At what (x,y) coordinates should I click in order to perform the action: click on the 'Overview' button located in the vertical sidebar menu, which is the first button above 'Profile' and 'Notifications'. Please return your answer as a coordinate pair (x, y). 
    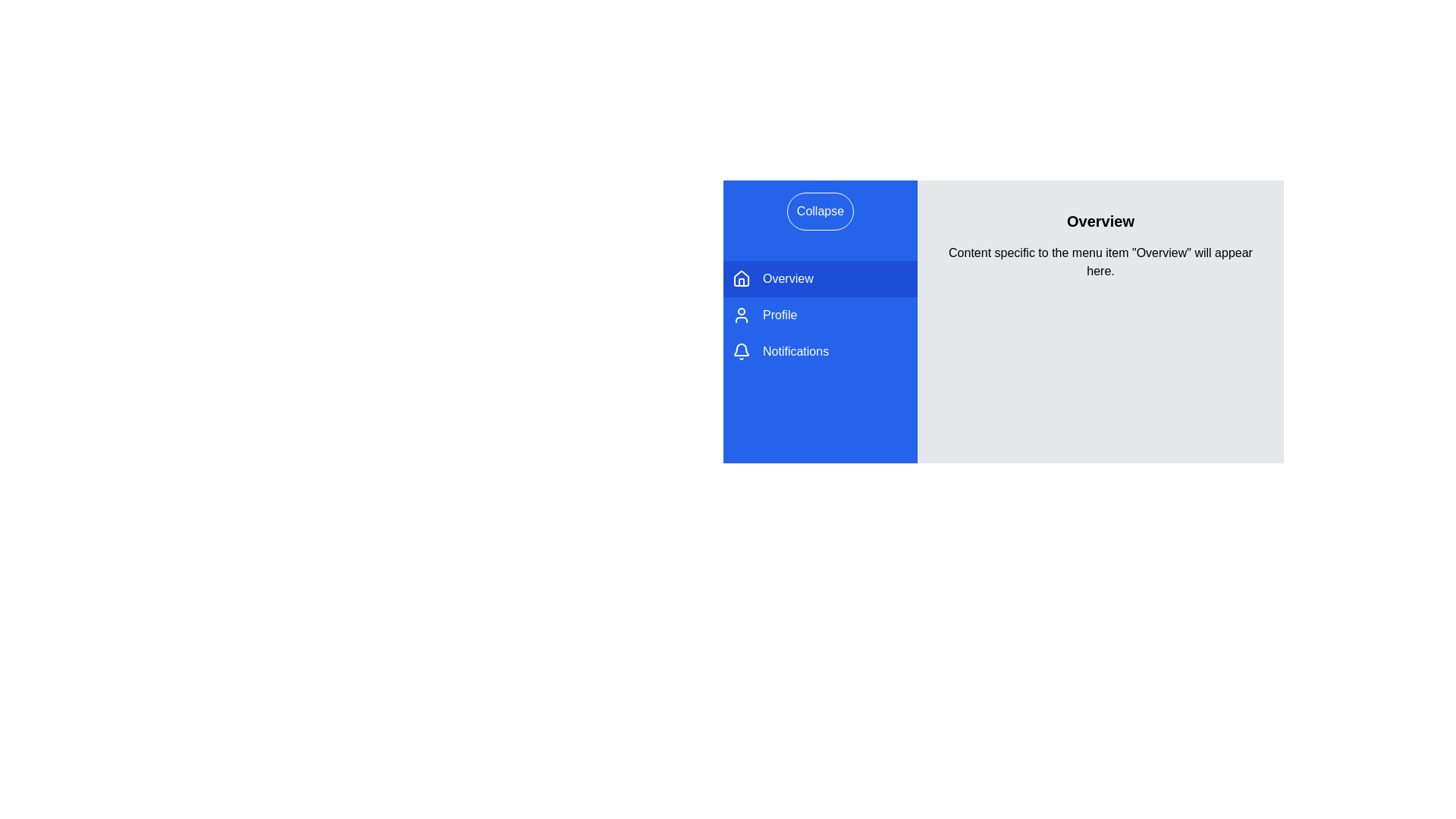
    Looking at the image, I should click on (819, 278).